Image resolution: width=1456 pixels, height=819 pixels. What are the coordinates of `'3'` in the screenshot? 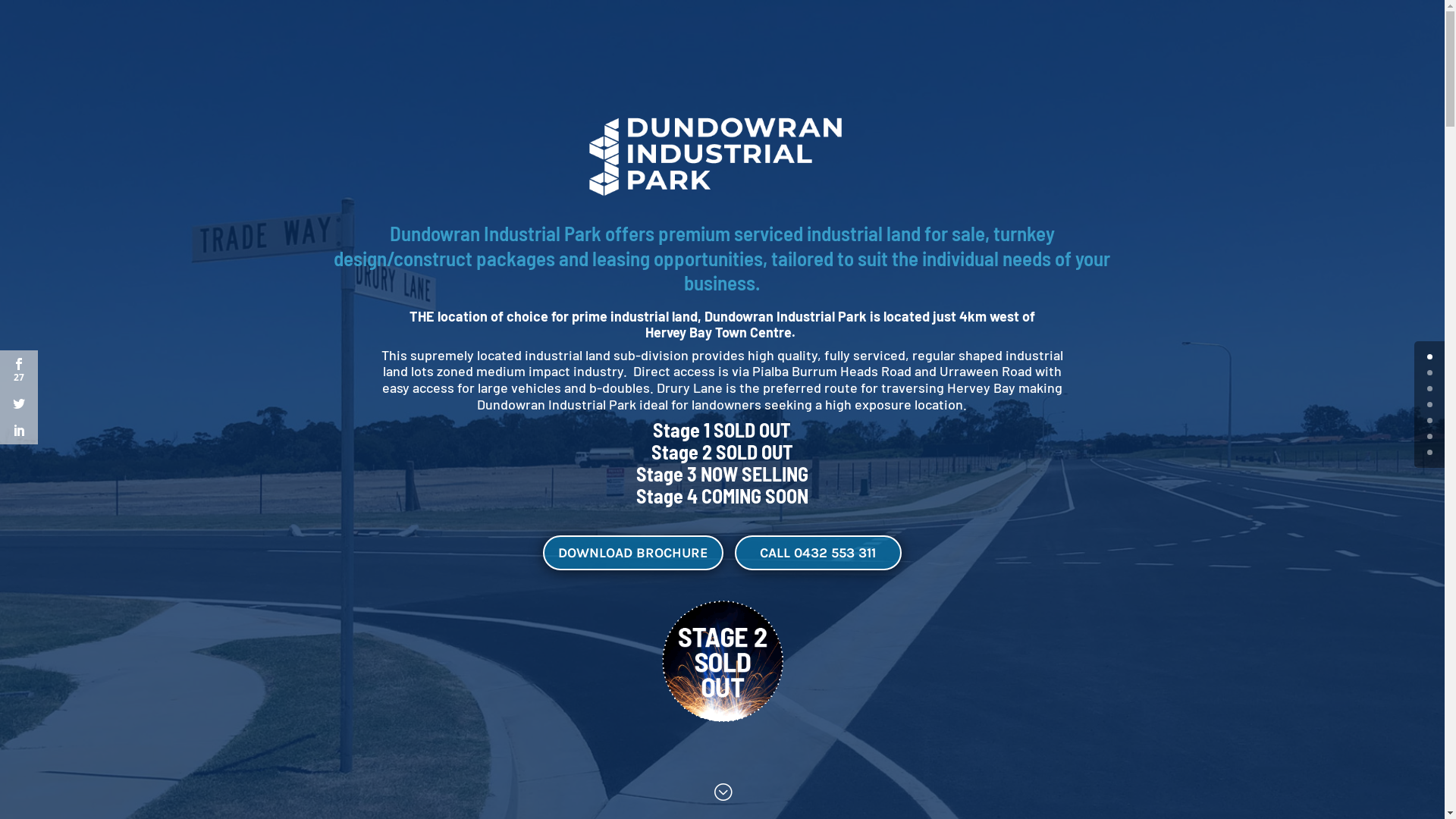 It's located at (1426, 403).